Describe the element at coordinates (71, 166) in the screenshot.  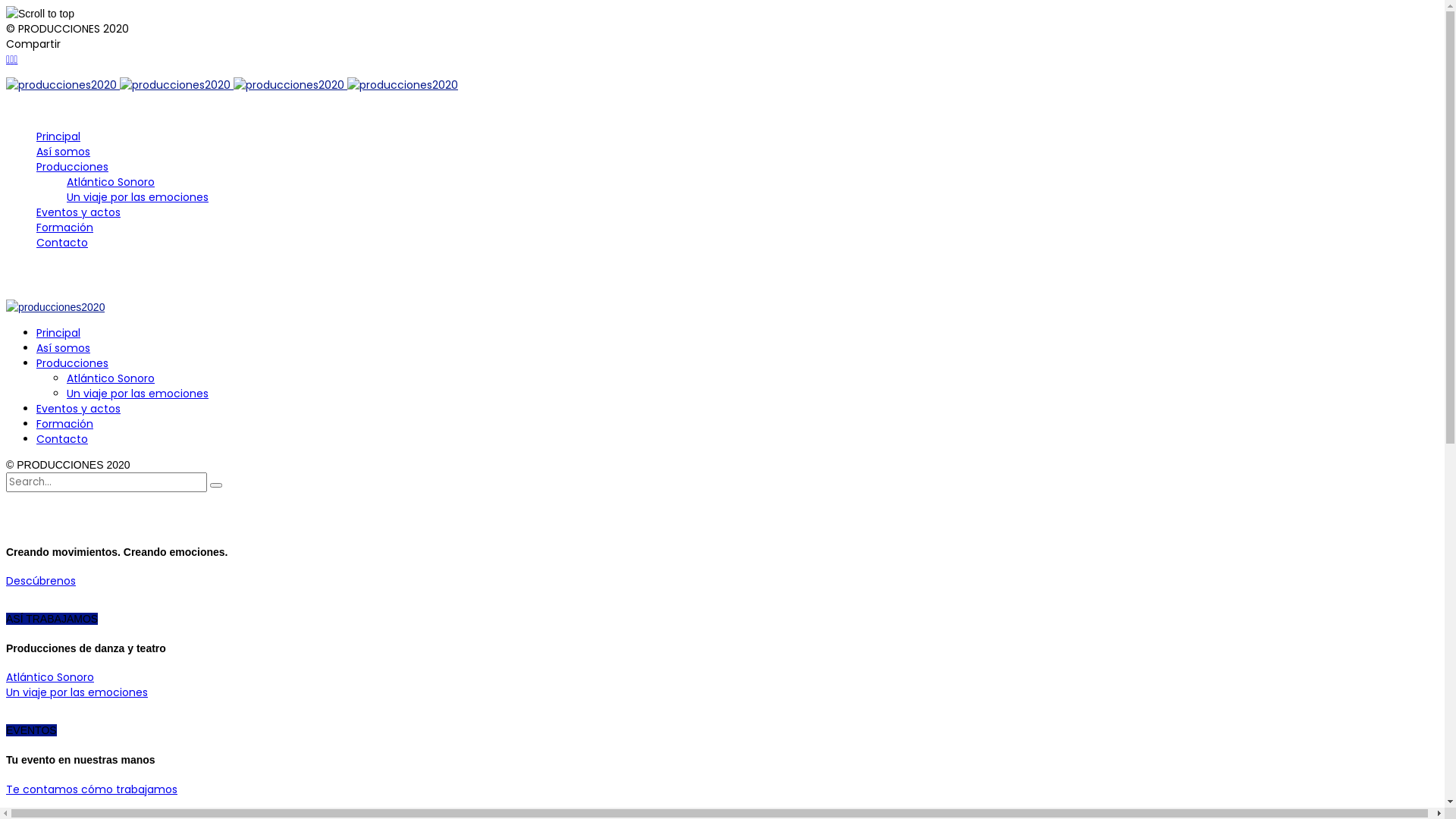
I see `'Producciones'` at that location.